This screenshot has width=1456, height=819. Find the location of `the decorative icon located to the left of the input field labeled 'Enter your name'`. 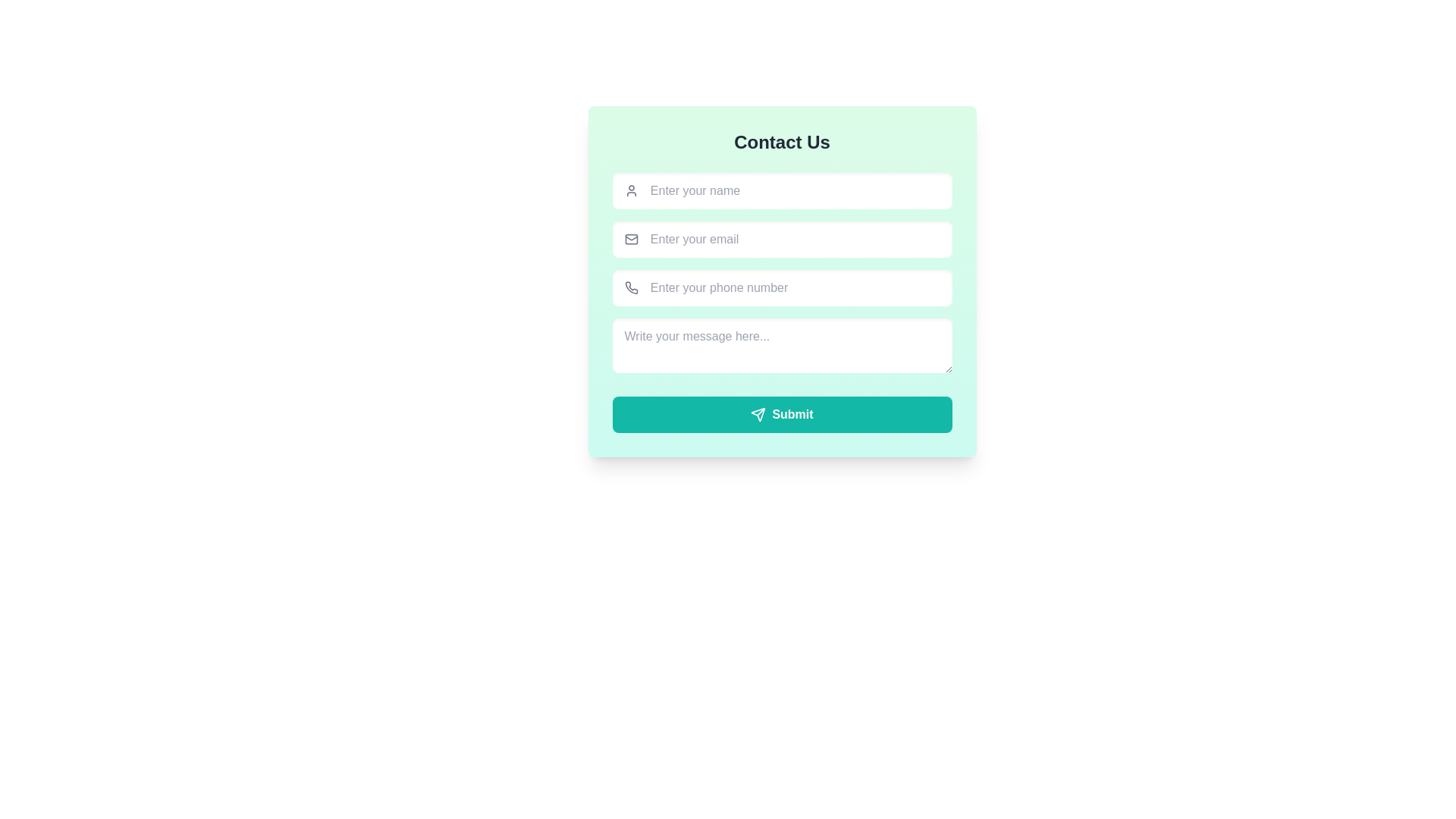

the decorative icon located to the left of the input field labeled 'Enter your name' is located at coordinates (631, 190).